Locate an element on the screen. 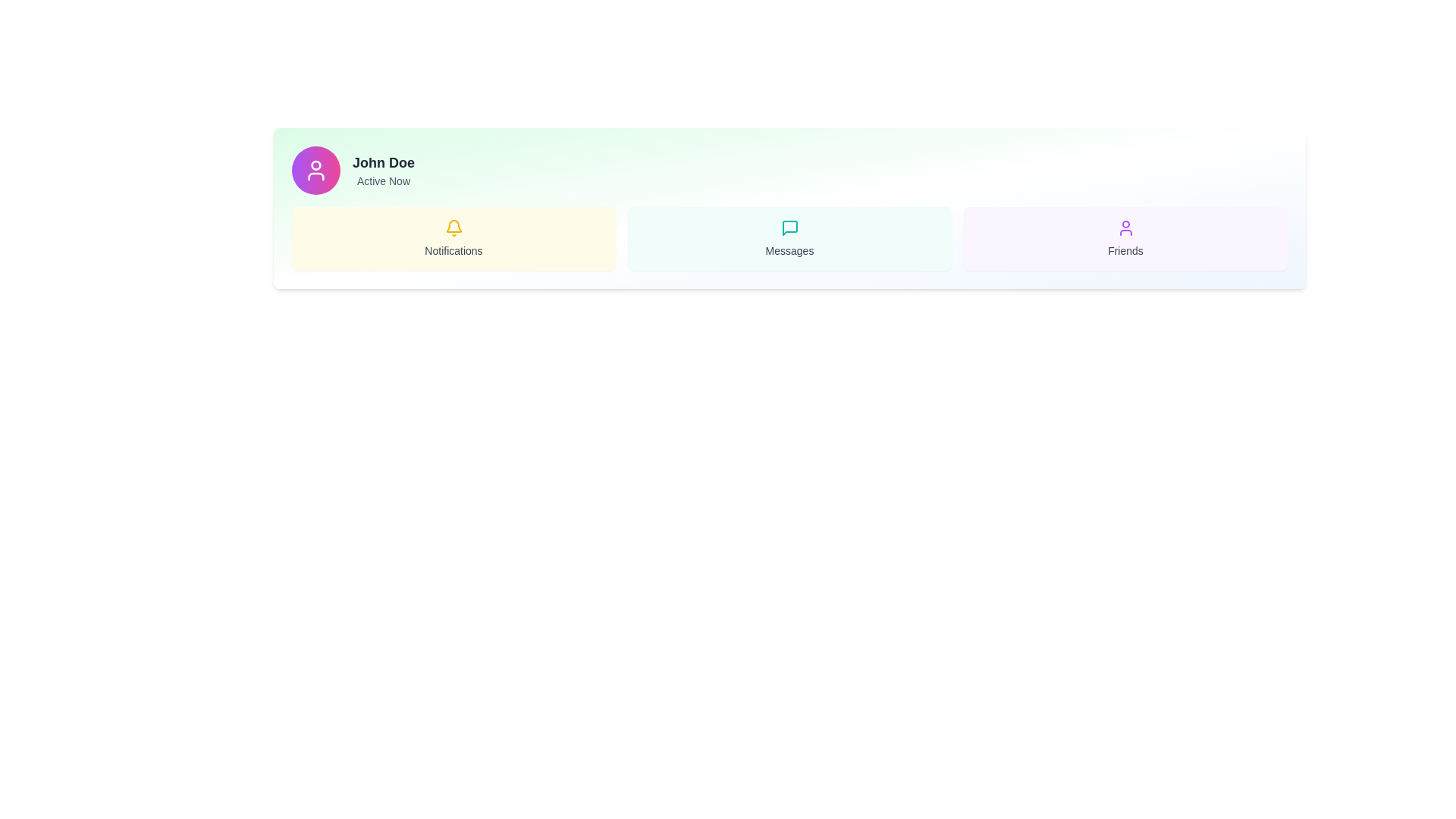 The height and width of the screenshot is (819, 1456). the informational card related to notifications, which is the first item in its row within a grid layout of similar cards labeled 'Messages' and 'Friends' is located at coordinates (453, 239).